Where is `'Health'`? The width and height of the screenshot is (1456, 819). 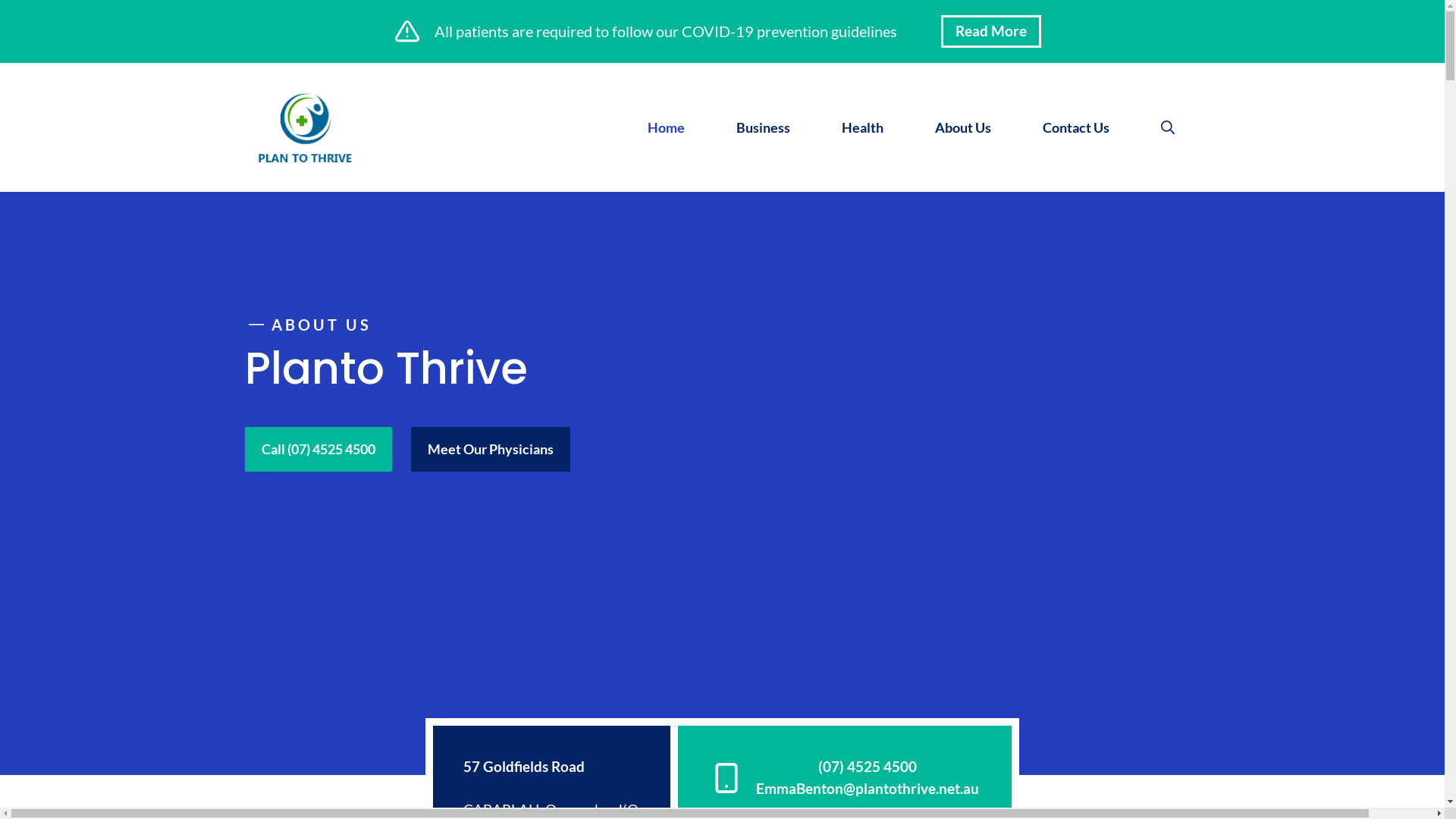
'Health' is located at coordinates (862, 127).